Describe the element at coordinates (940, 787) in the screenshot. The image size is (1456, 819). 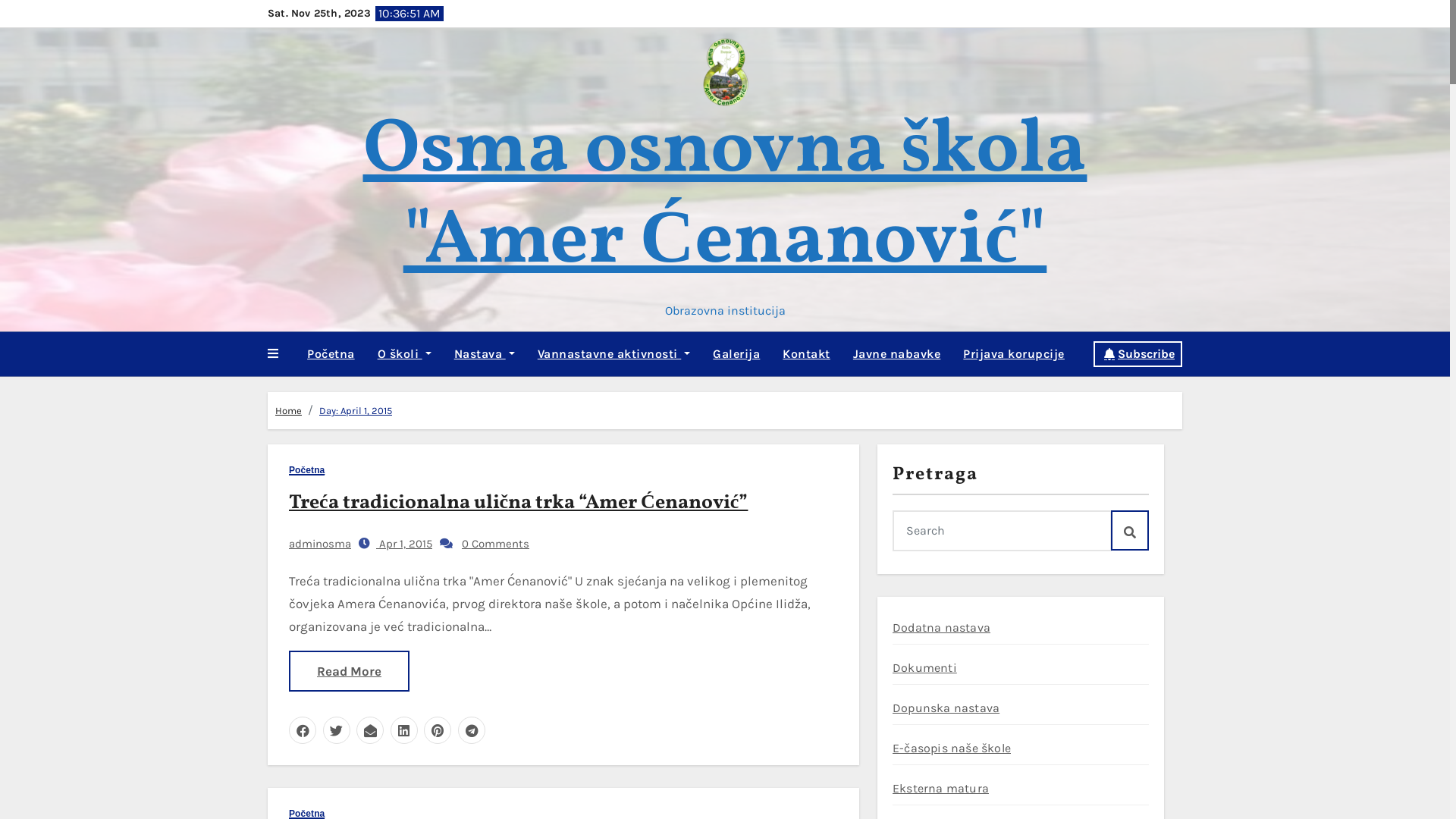
I see `'Eksterna matura'` at that location.